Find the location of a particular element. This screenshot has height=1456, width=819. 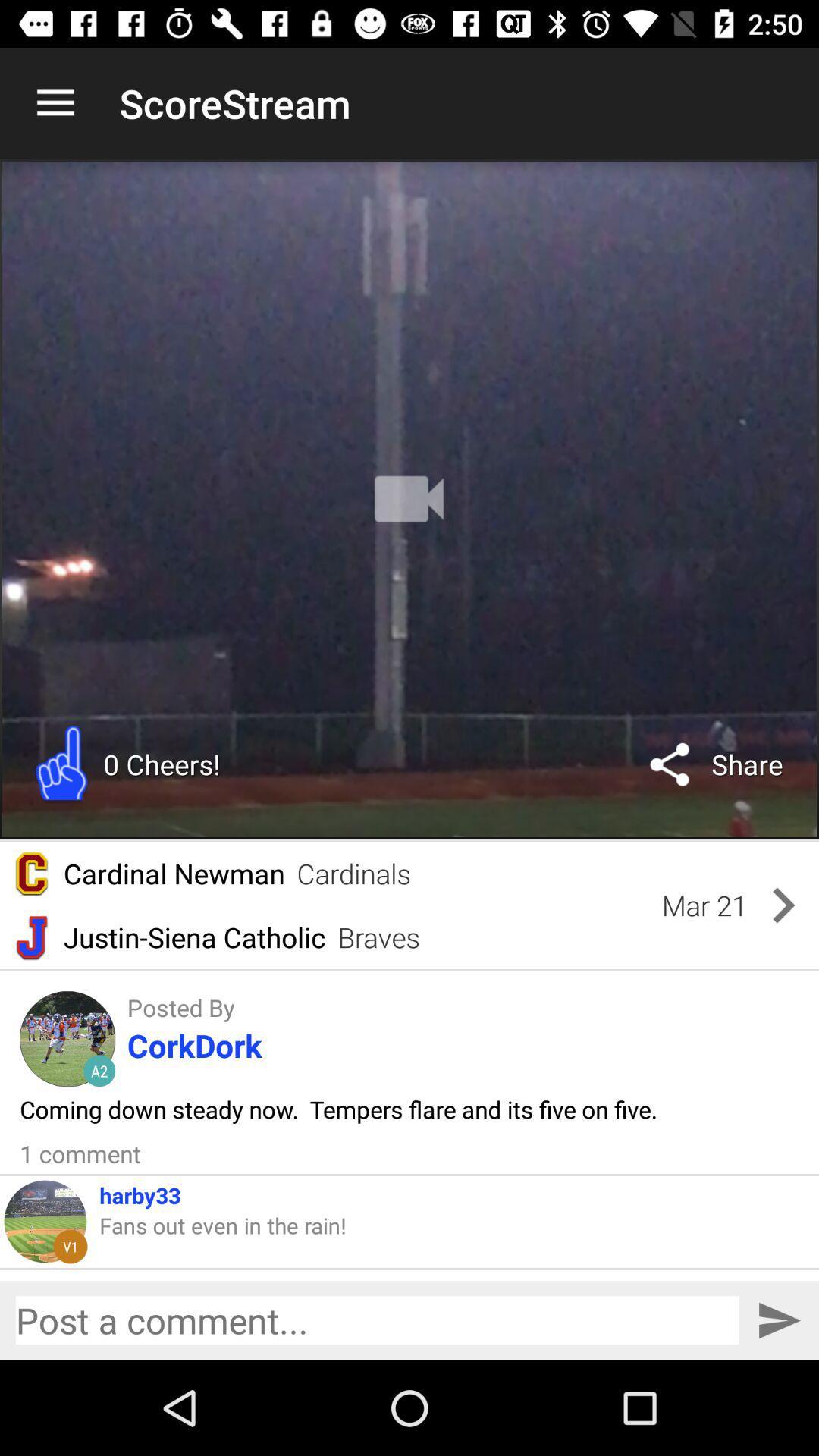

the icon below the posted by item is located at coordinates (193, 1044).